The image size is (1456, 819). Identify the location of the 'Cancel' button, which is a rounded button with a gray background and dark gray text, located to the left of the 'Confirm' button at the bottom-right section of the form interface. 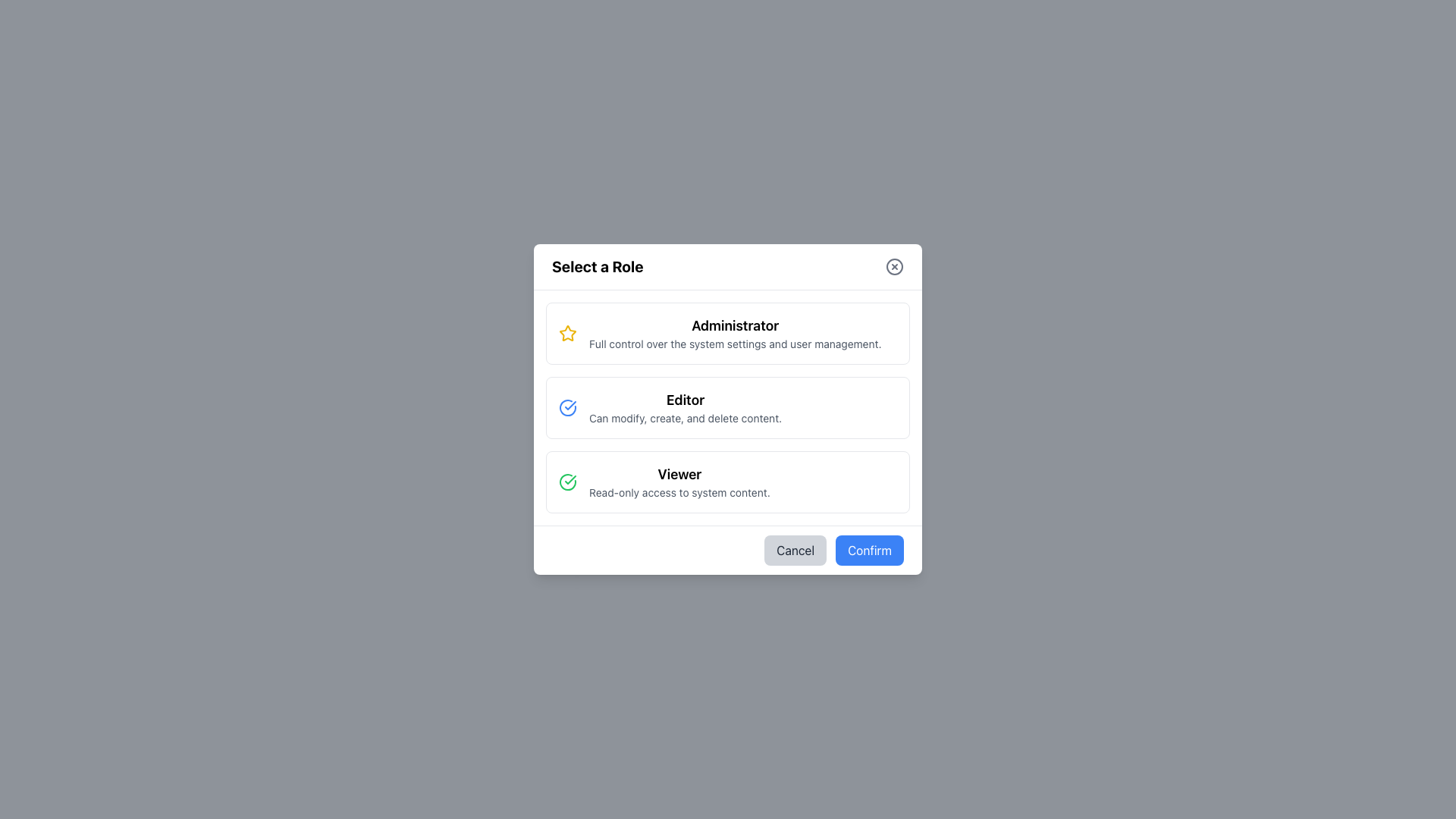
(795, 550).